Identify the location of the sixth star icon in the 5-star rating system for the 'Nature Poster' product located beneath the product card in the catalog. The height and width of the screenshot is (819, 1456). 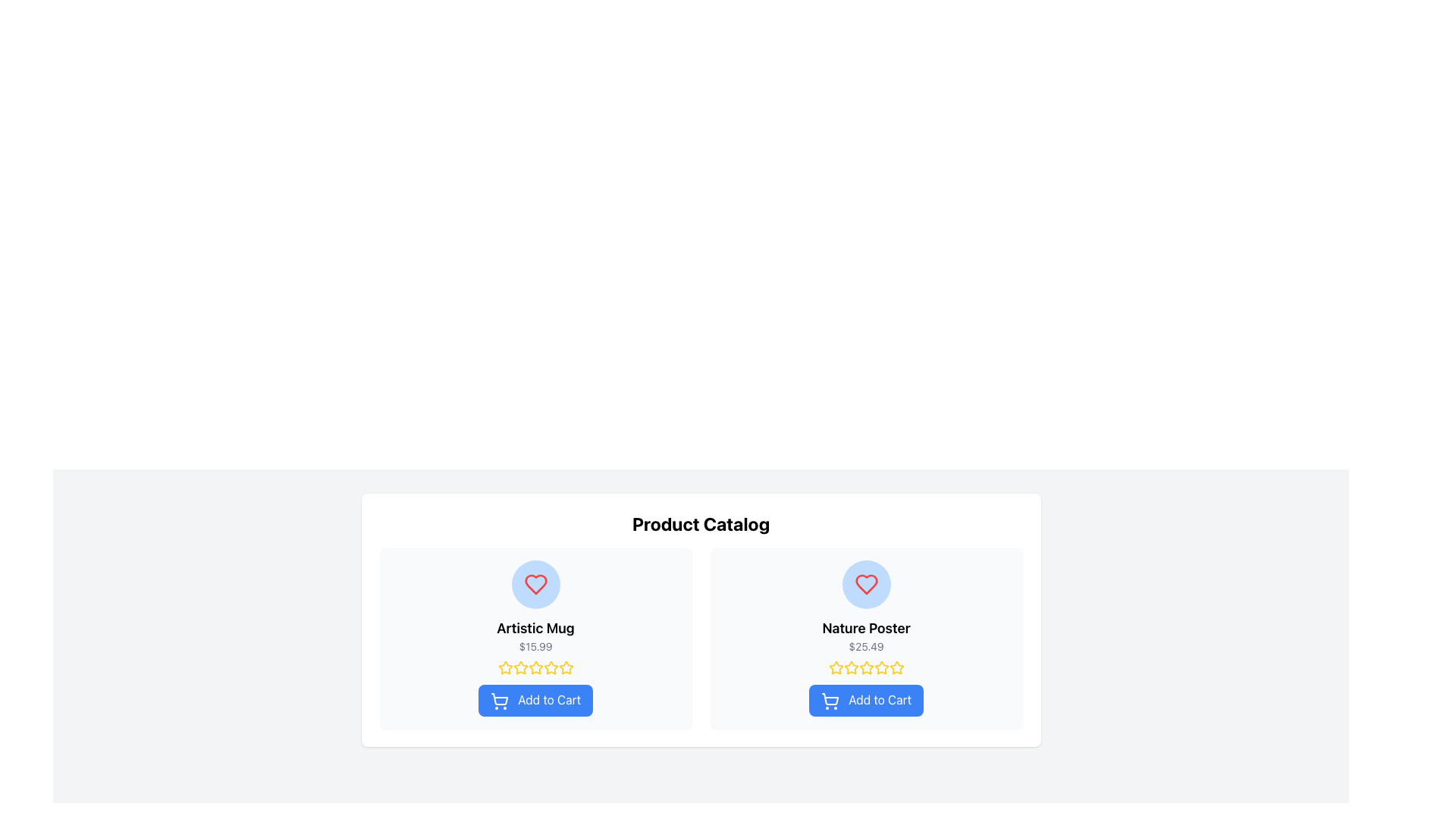
(881, 667).